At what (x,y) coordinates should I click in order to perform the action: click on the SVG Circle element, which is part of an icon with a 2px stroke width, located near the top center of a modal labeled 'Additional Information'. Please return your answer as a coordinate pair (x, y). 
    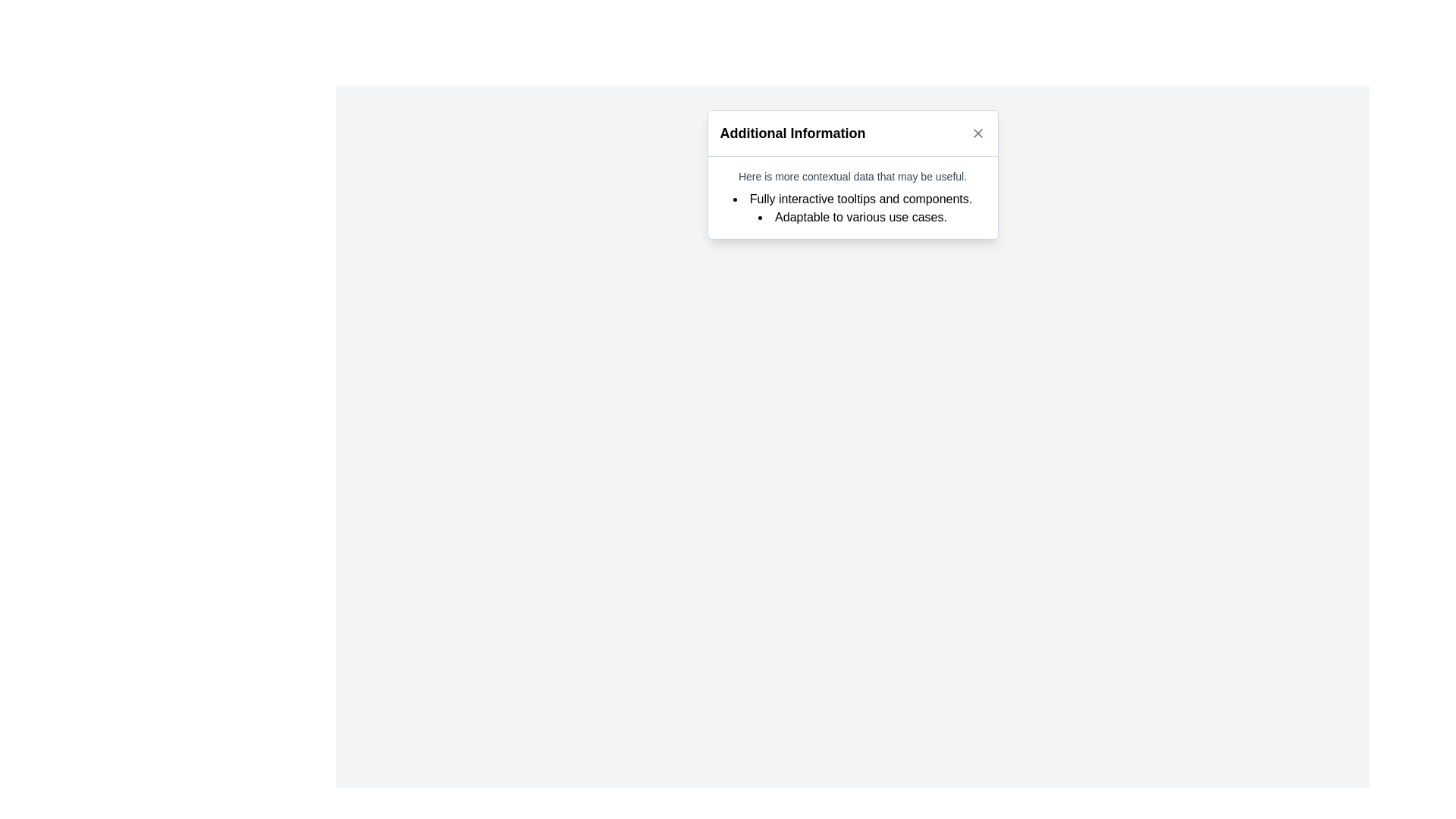
    Looking at the image, I should click on (811, 124).